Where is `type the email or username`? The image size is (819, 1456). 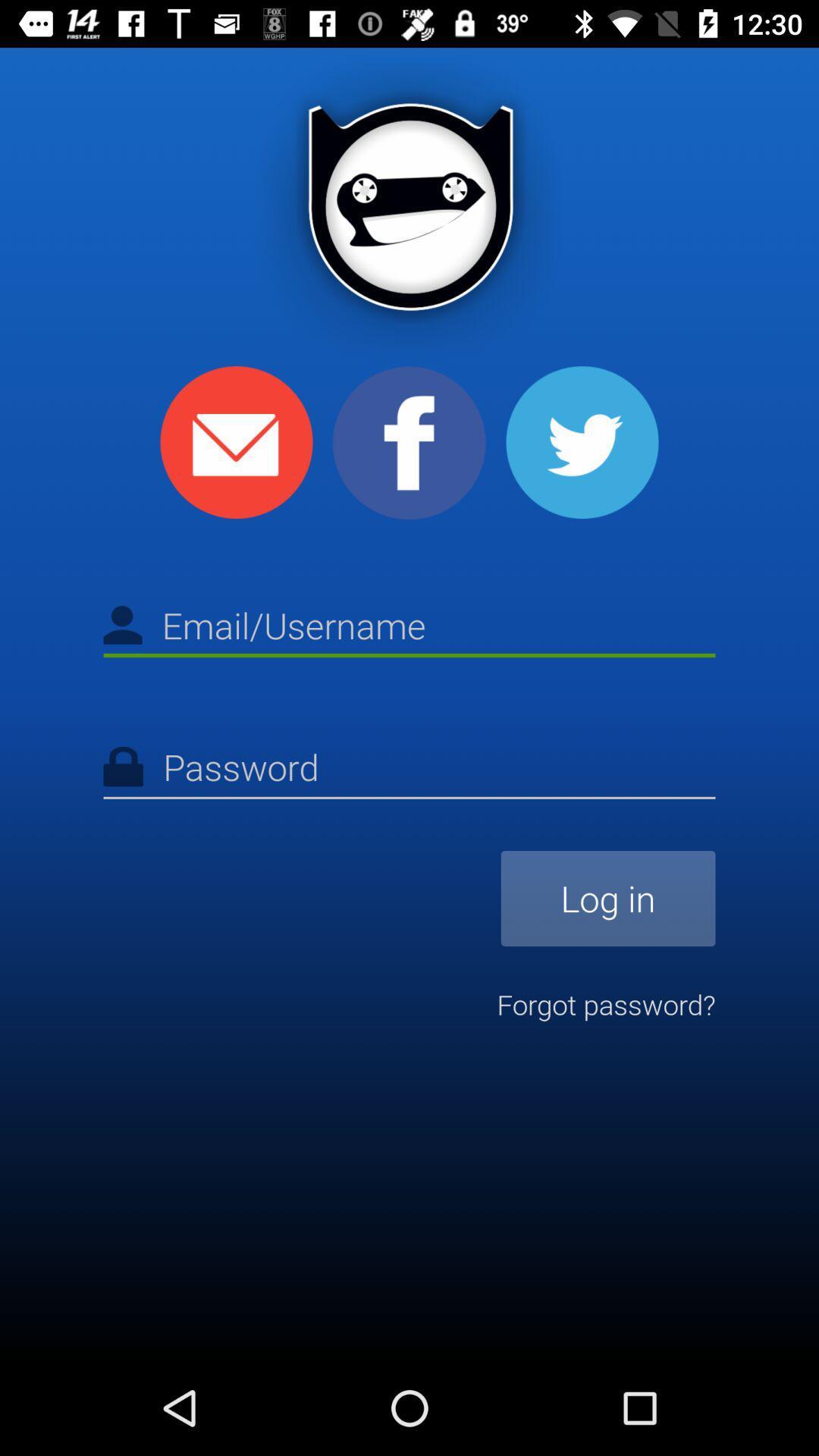 type the email or username is located at coordinates (409, 628).